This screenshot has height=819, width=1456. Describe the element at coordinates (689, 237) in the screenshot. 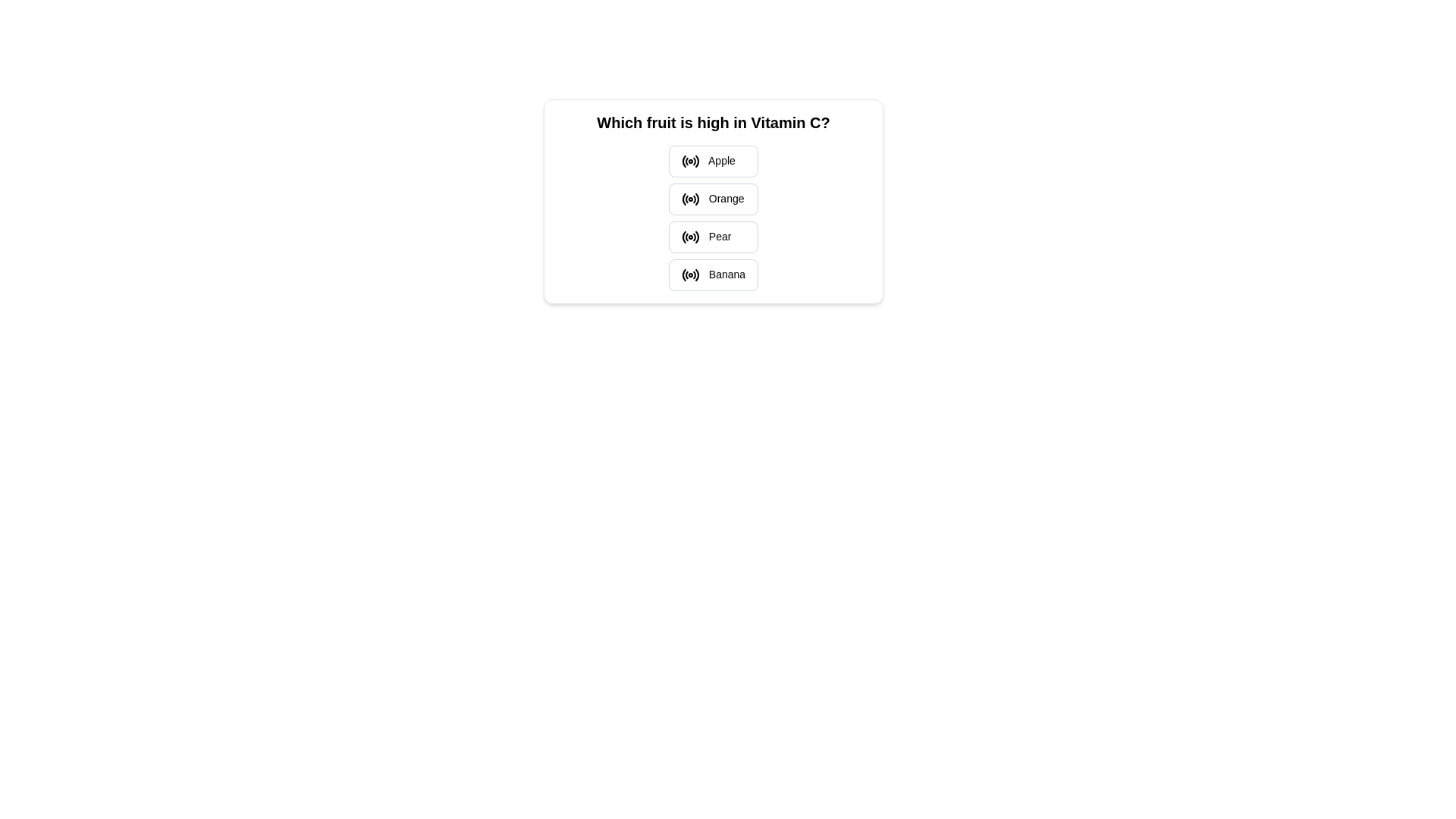

I see `the circular SVG graphic icon resembling a radio wave, which is positioned to the left of the text label 'Pear' in the third option of a vertical list of selectable items` at that location.